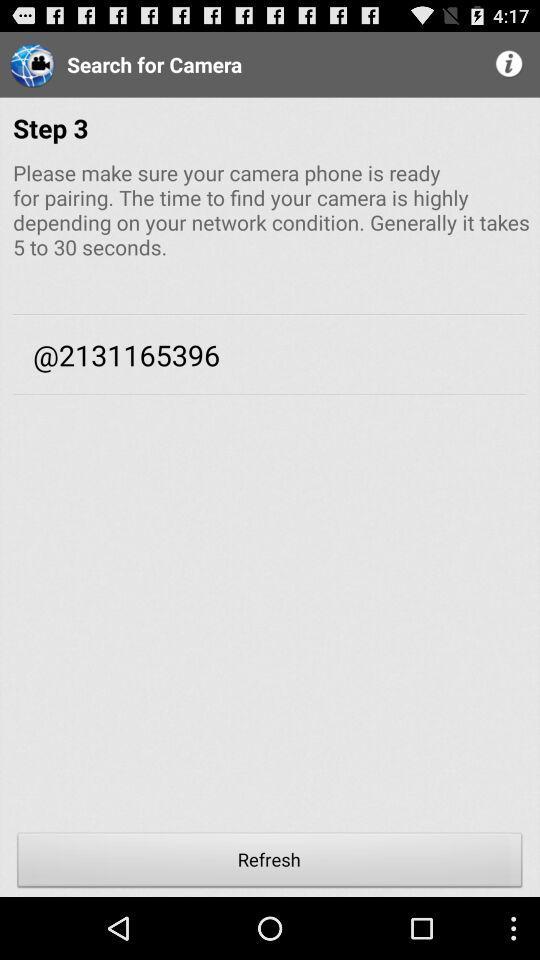  What do you see at coordinates (510, 64) in the screenshot?
I see `icon at the top right corner` at bounding box center [510, 64].